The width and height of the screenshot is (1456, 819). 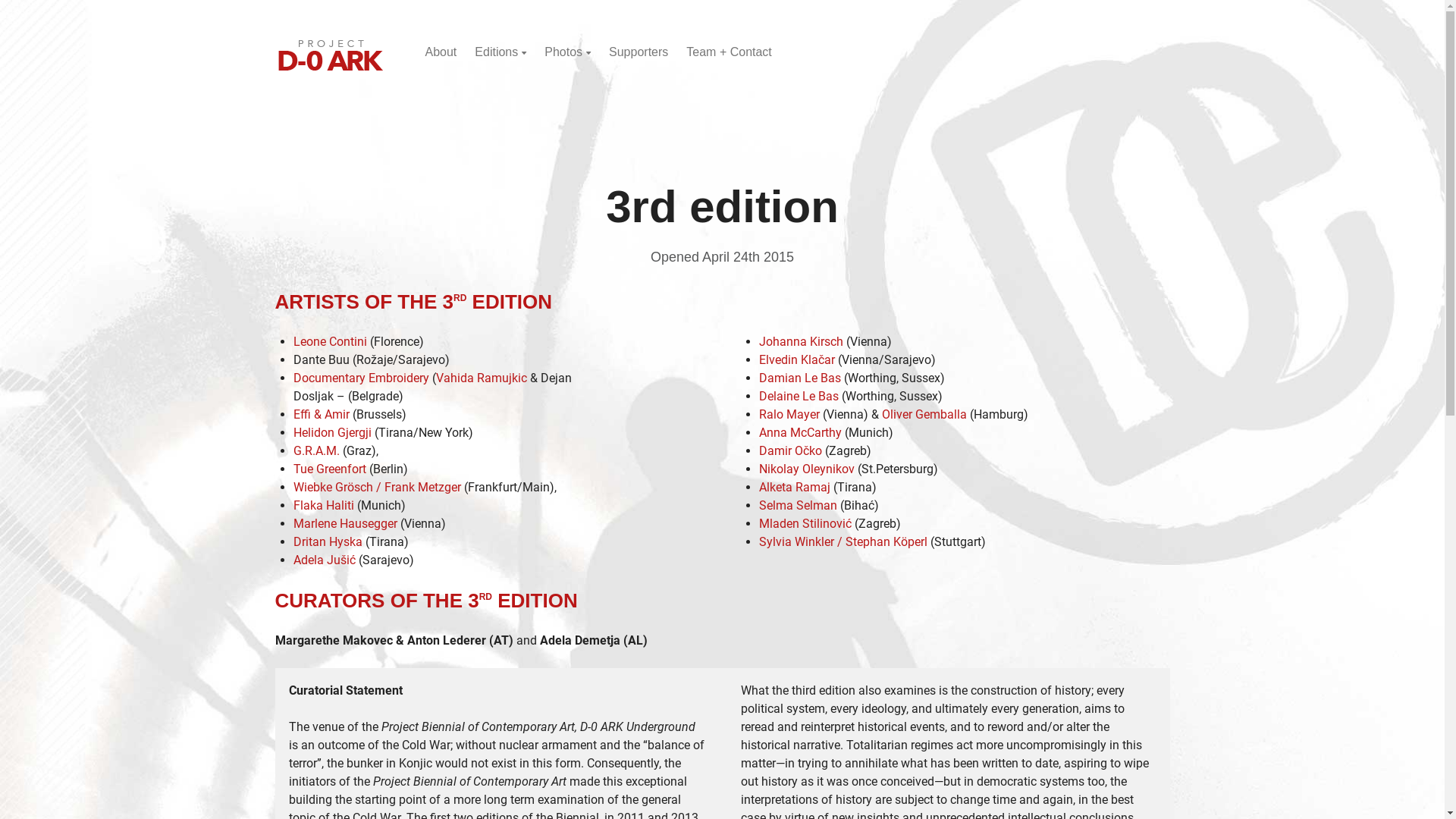 What do you see at coordinates (789, 414) in the screenshot?
I see `'Ralo Mayer'` at bounding box center [789, 414].